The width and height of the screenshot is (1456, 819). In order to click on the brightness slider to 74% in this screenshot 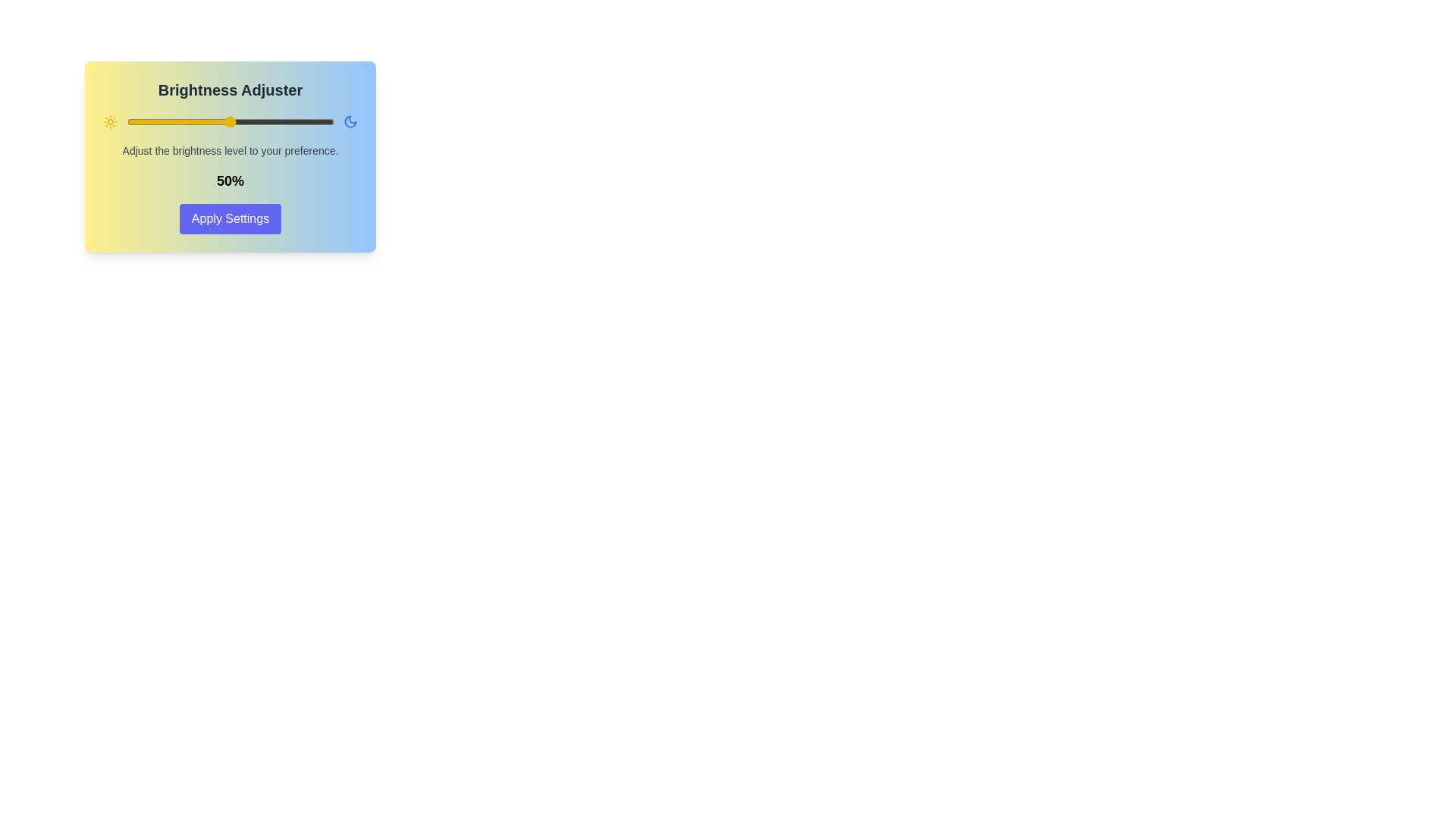, I will do `click(280, 121)`.